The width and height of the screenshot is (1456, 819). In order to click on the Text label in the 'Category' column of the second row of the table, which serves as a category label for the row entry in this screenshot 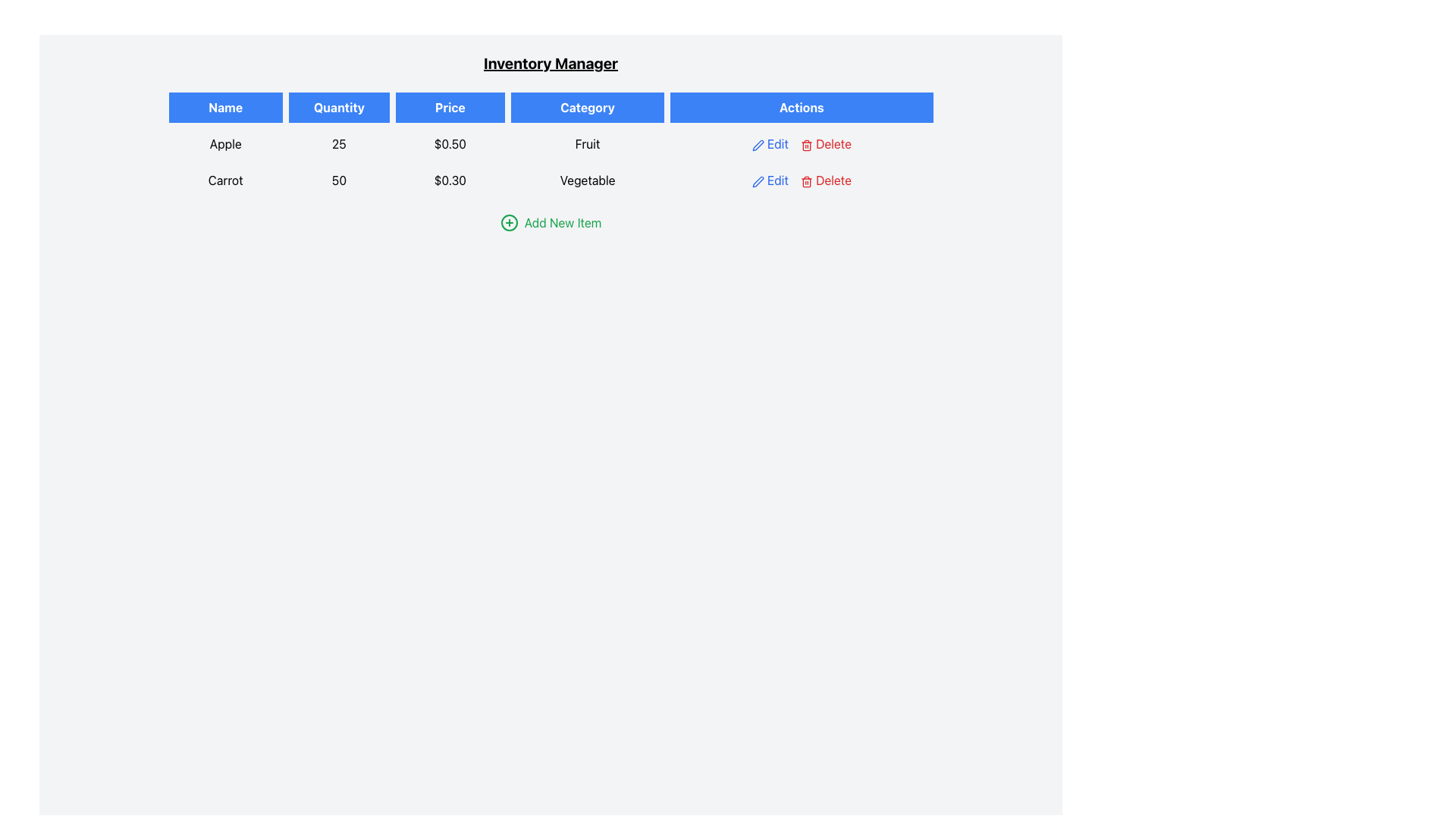, I will do `click(586, 180)`.